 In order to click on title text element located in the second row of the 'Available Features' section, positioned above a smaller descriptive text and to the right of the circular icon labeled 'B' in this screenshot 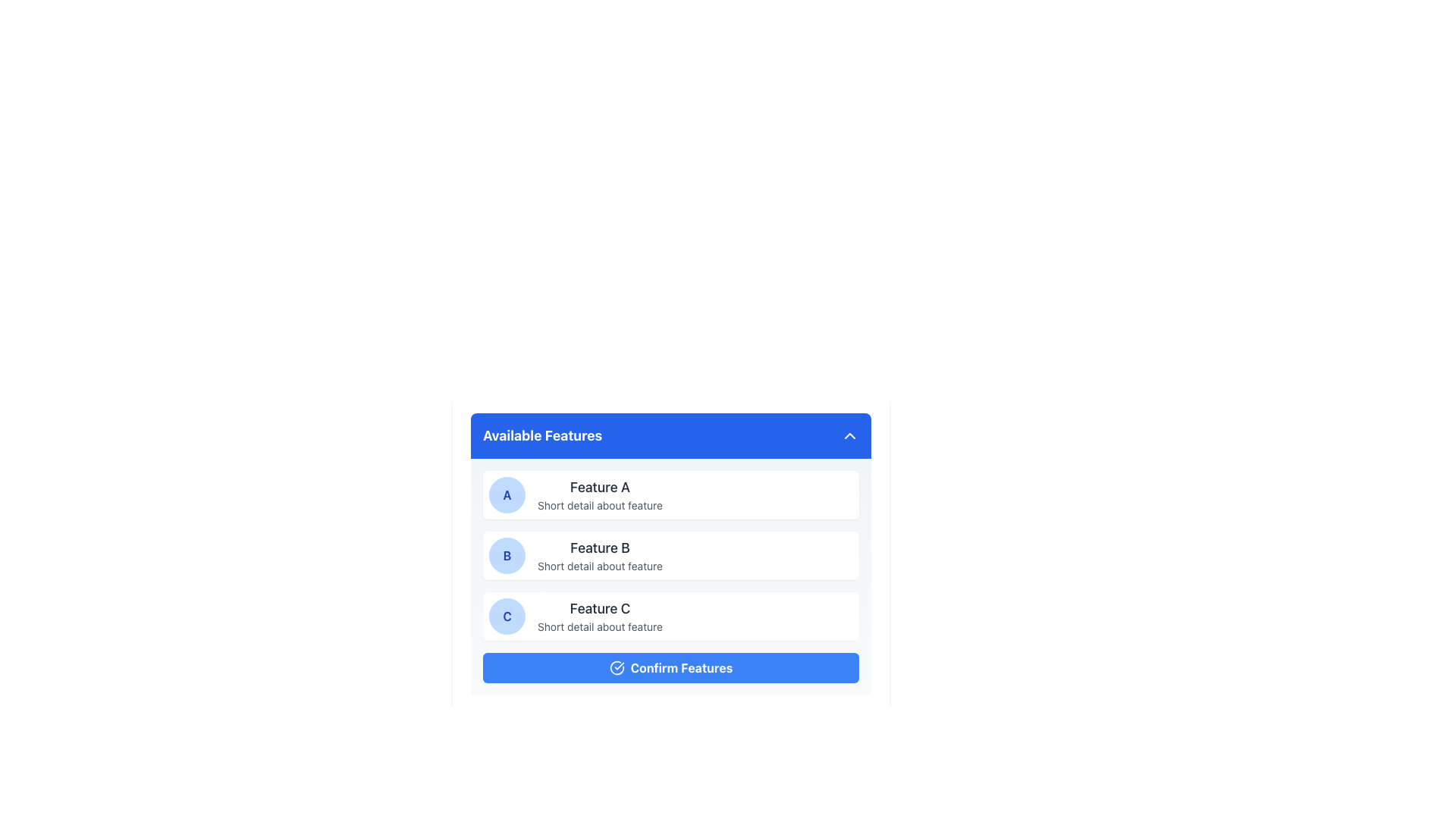, I will do `click(599, 548)`.